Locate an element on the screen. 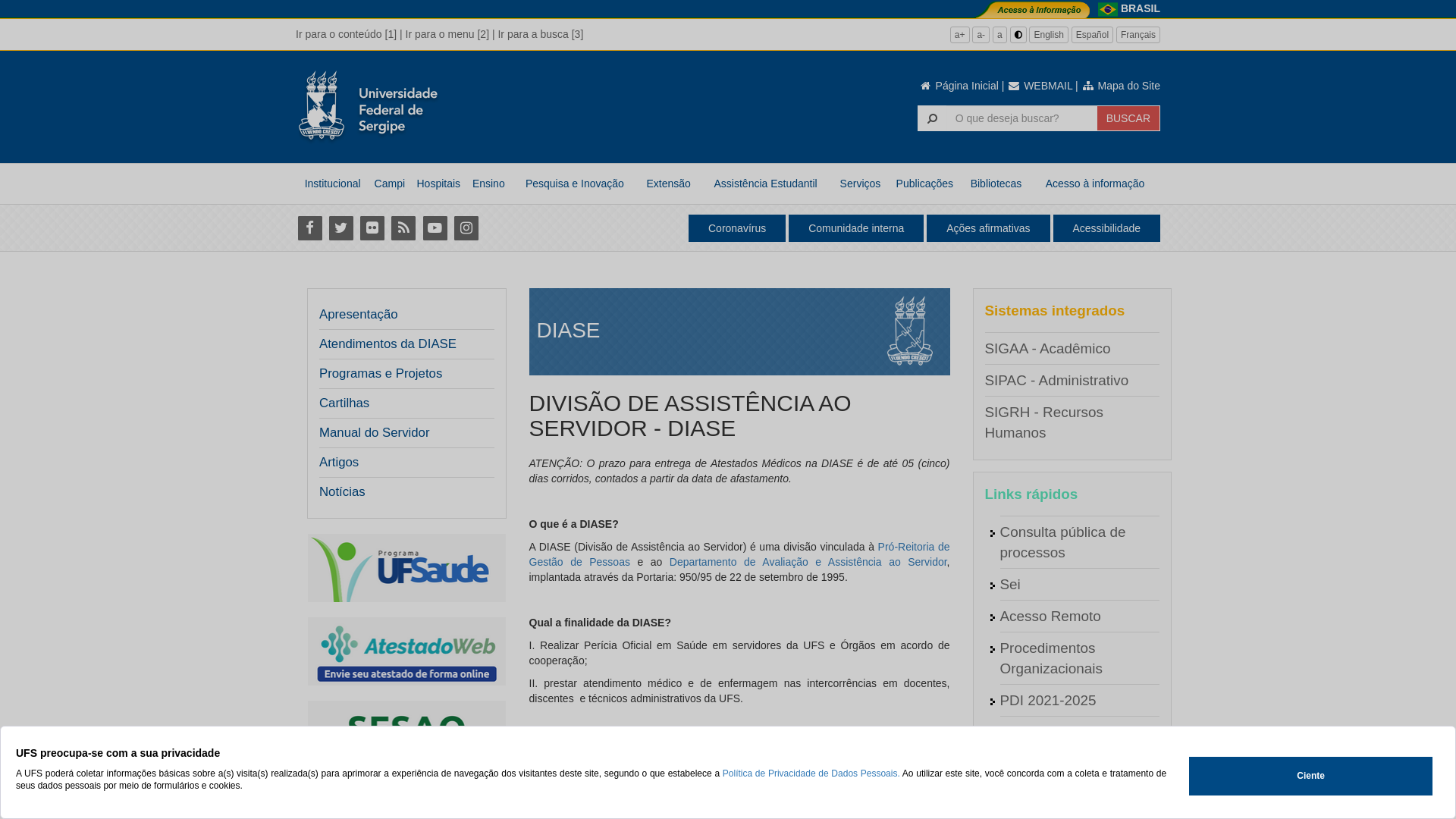 The height and width of the screenshot is (819, 1456). 'Sei' is located at coordinates (999, 583).